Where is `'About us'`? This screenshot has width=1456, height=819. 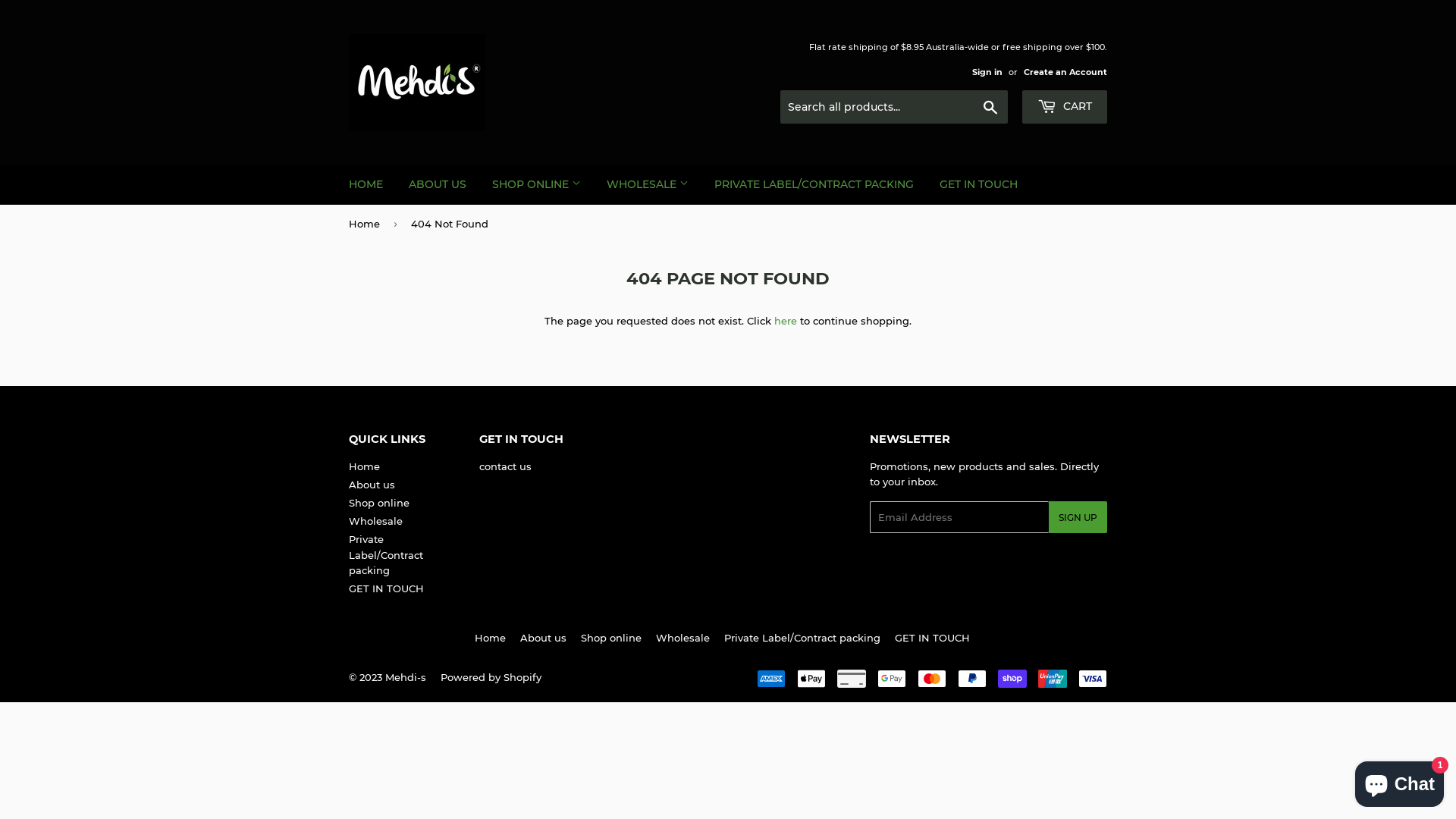
'About us' is located at coordinates (543, 637).